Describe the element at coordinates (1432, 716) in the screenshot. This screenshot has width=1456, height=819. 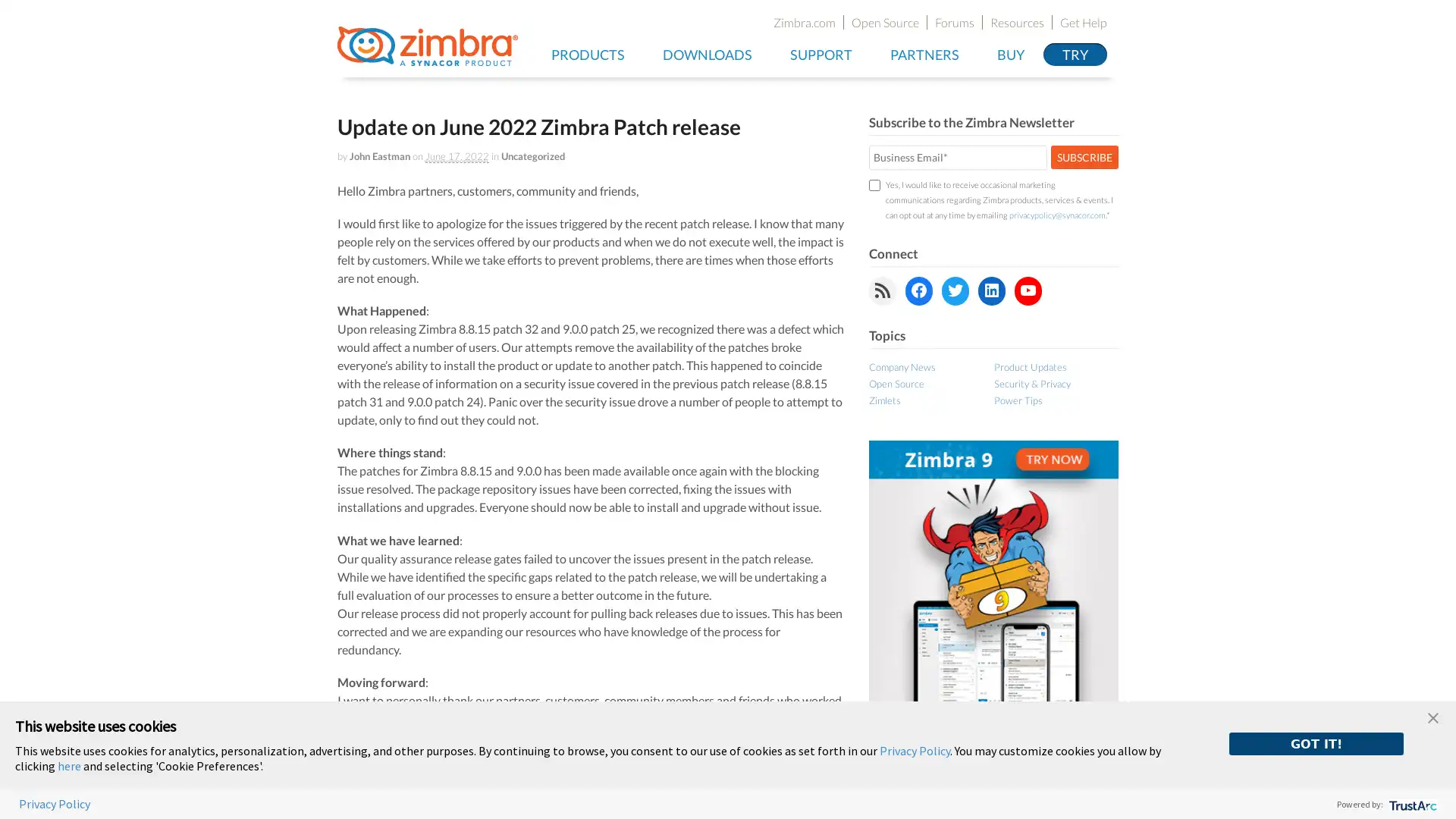
I see `close banner` at that location.